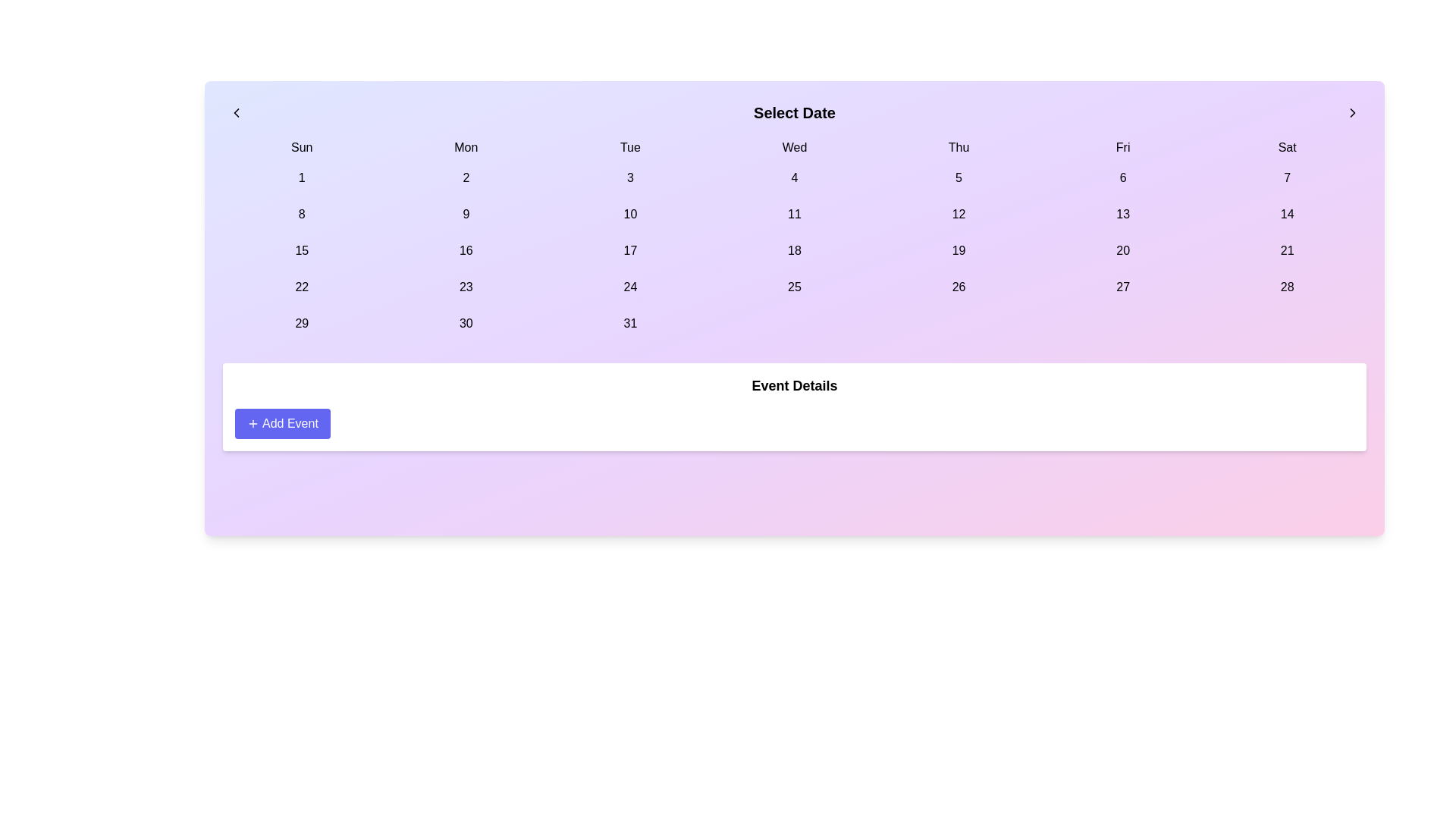  I want to click on the date selection button representing '6' in the calendar interface, located under the header 'Fri', so click(1123, 177).